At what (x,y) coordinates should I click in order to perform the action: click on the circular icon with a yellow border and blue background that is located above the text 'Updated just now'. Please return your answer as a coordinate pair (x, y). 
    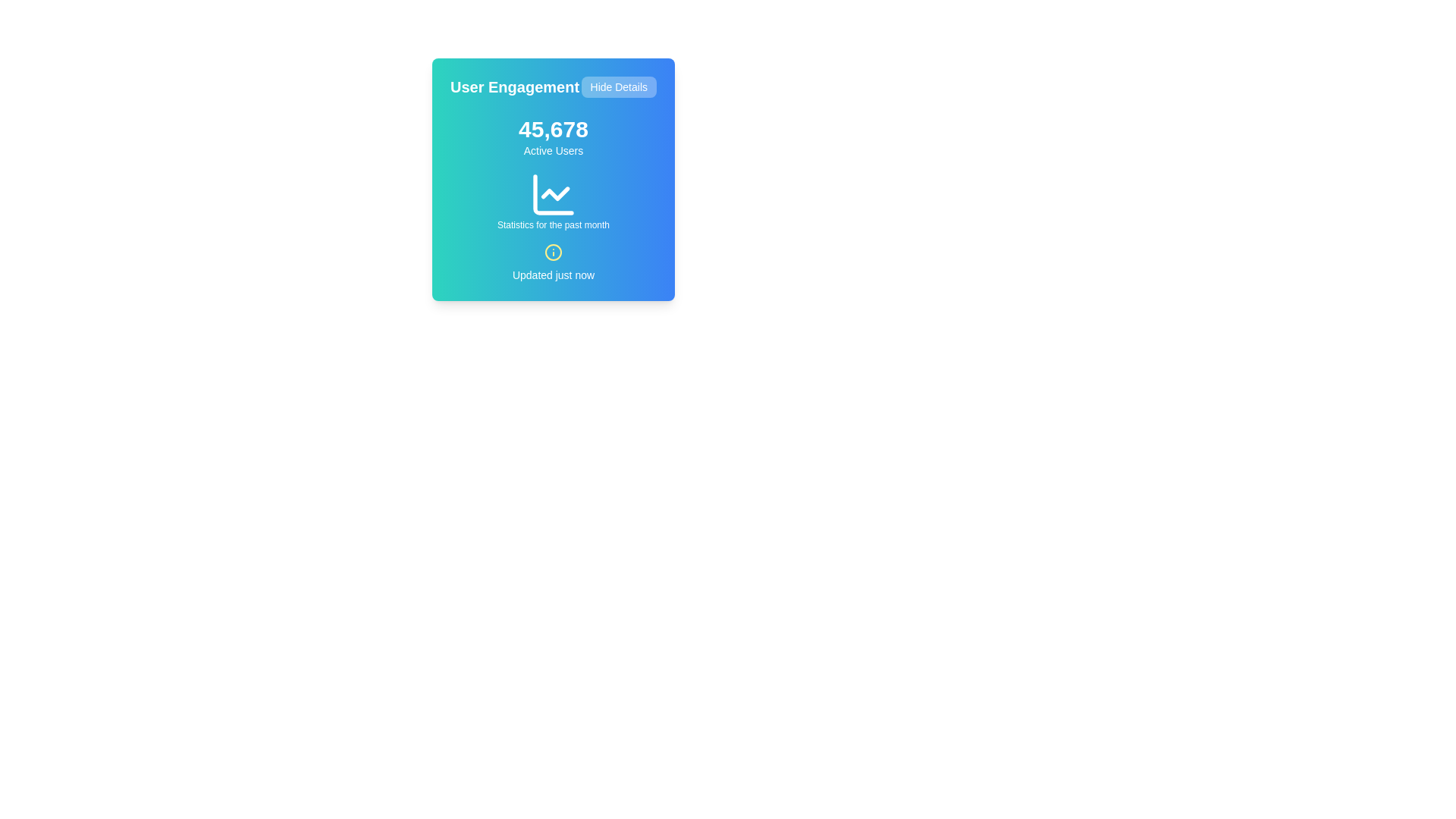
    Looking at the image, I should click on (552, 251).